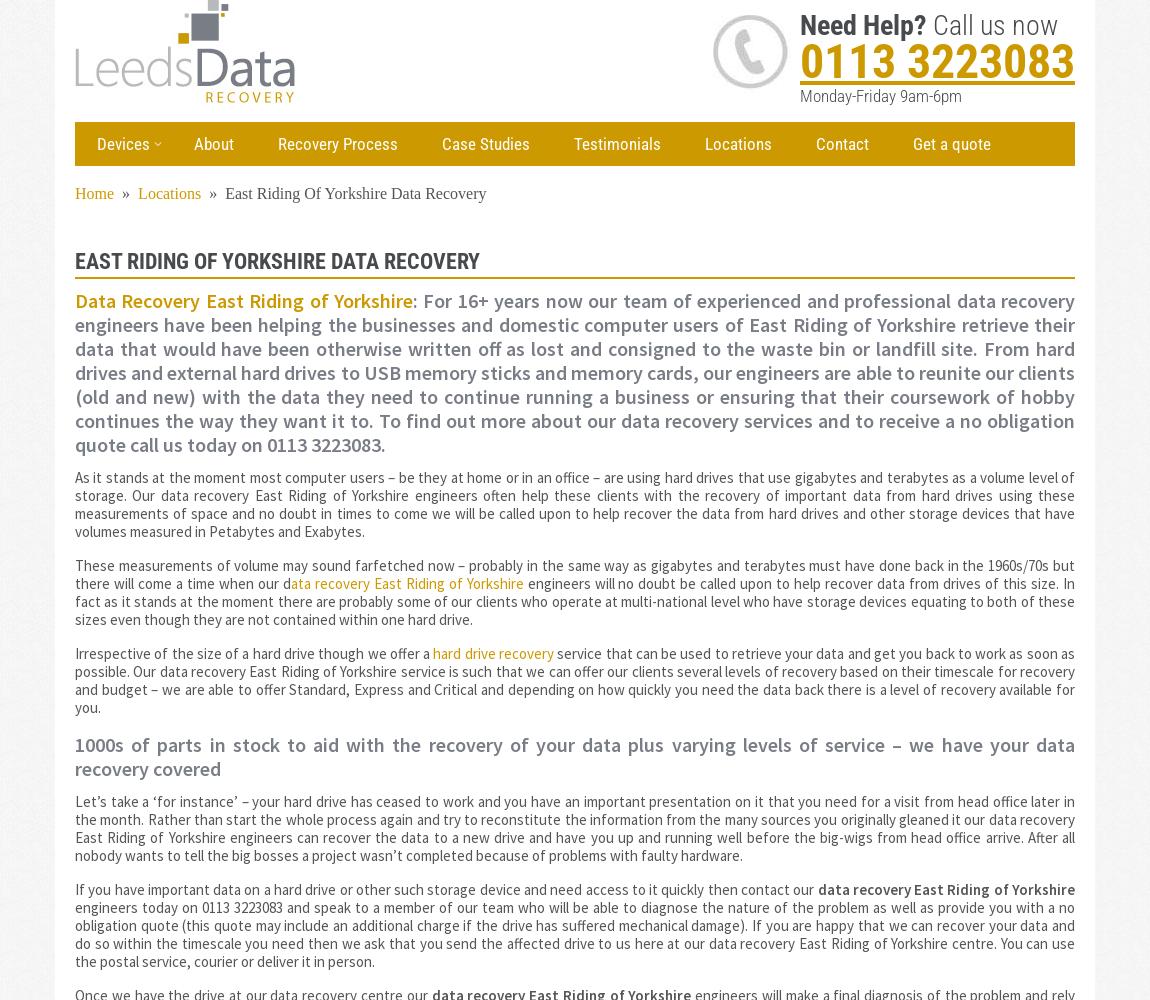 Image resolution: width=1150 pixels, height=1000 pixels. I want to click on 'About', so click(213, 144).